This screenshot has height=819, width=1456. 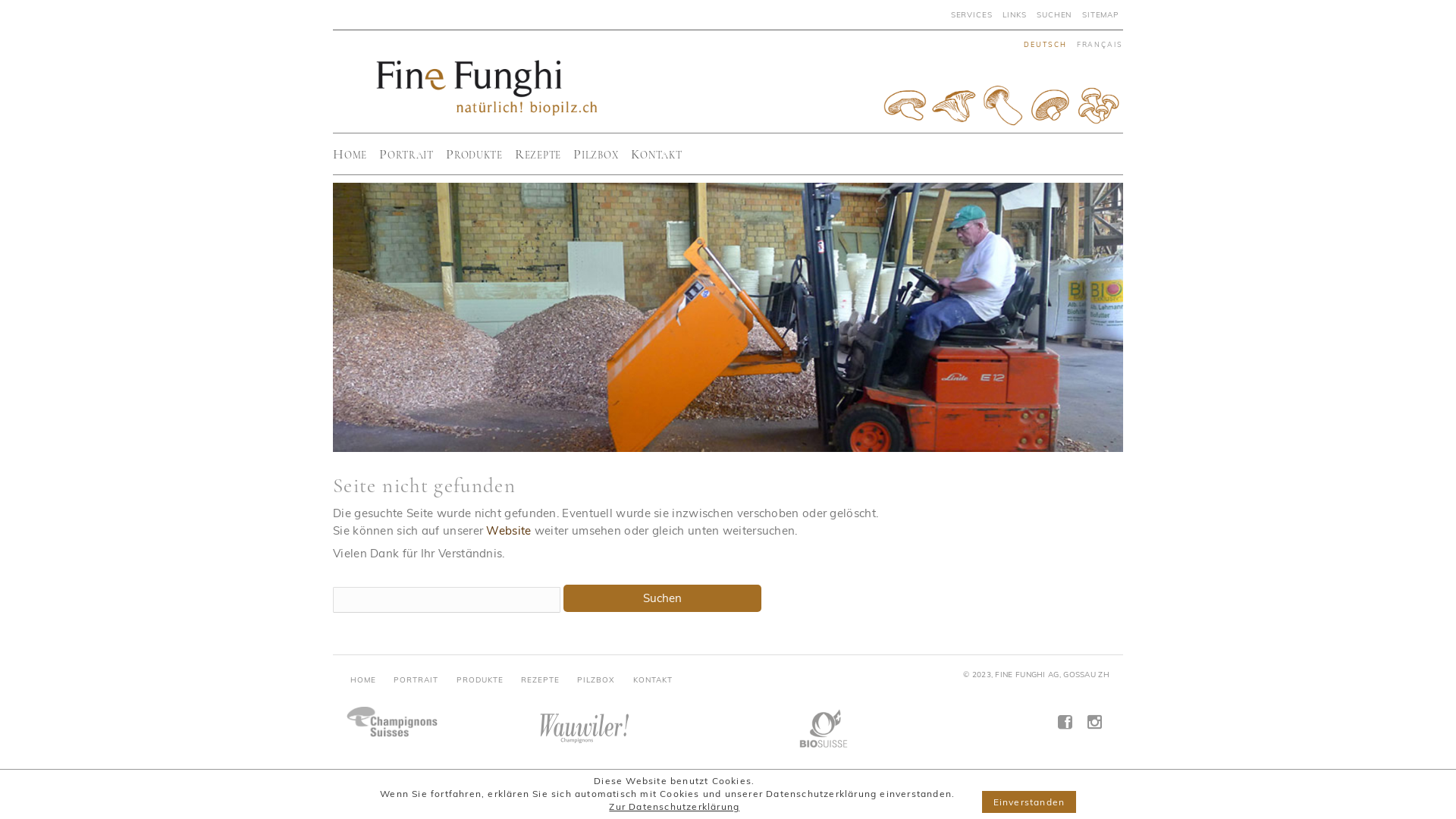 I want to click on 'HOME', so click(x=345, y=679).